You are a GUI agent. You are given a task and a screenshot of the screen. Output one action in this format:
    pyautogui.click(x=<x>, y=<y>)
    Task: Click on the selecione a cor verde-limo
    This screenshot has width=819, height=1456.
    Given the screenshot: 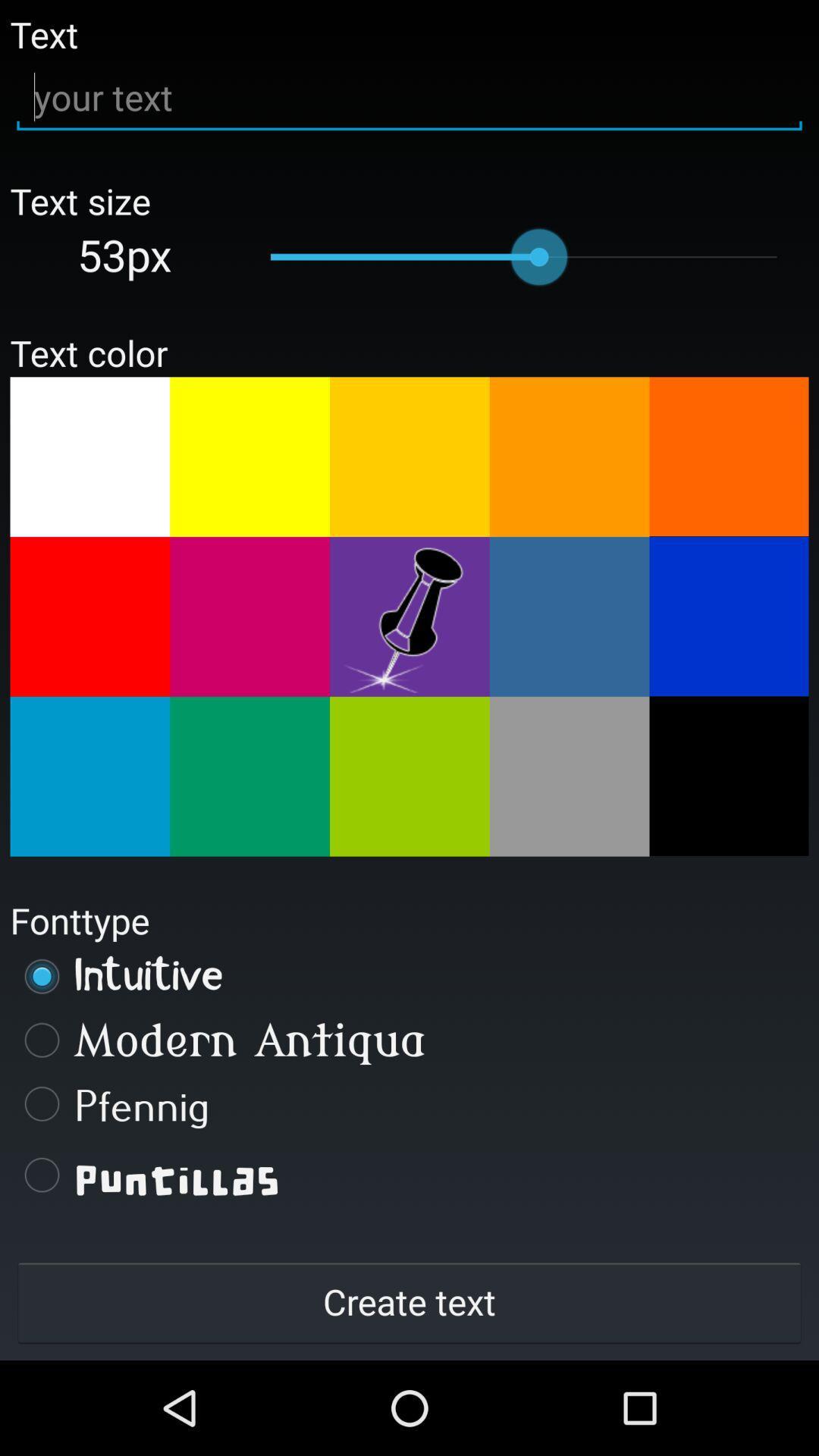 What is the action you would take?
    pyautogui.click(x=409, y=777)
    